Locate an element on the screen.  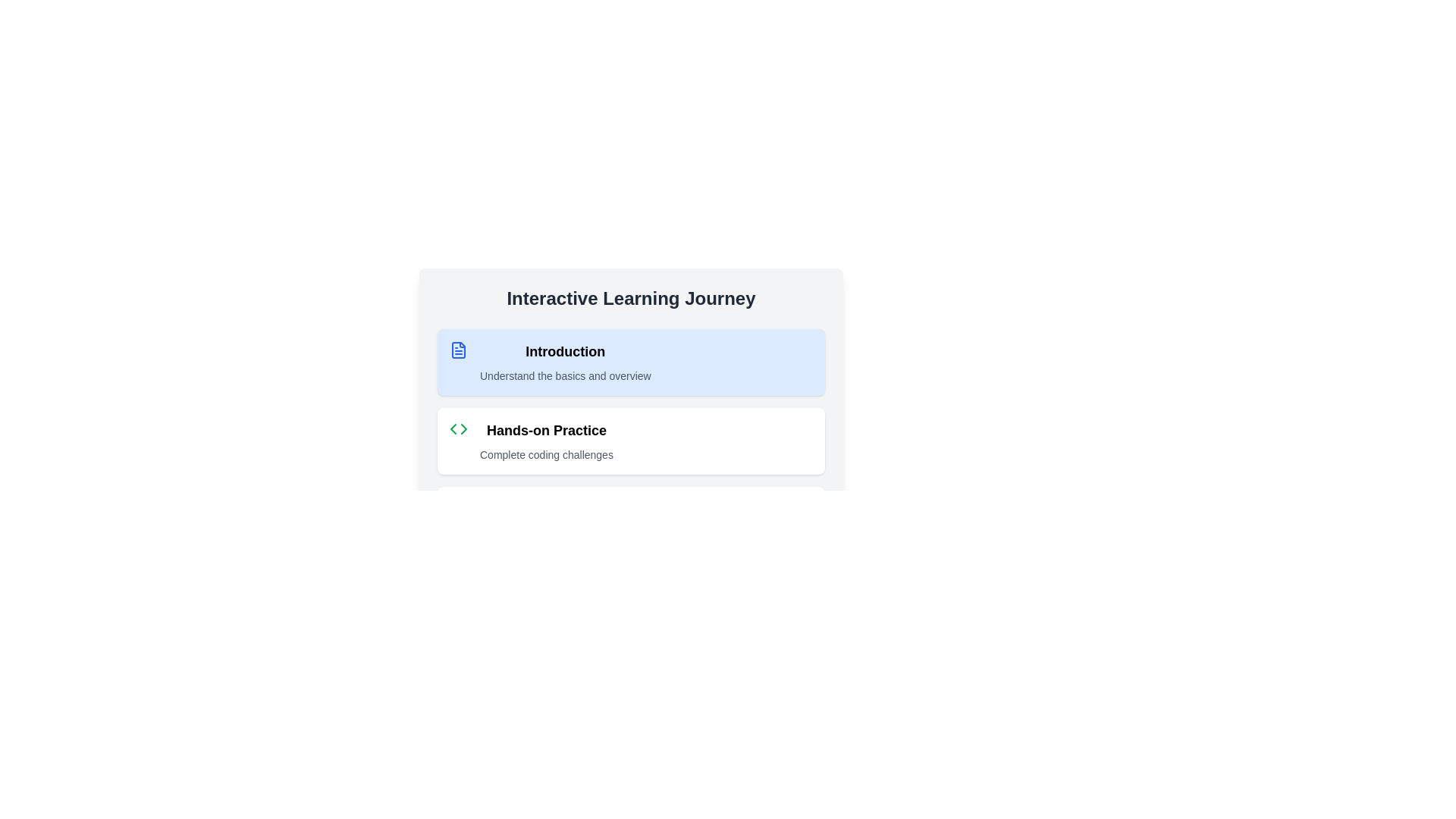
the information displayed in the 'Hands-on Practice' step which is the second step in the interactive learning journey, featuring bold text and green code-like symbols is located at coordinates (631, 444).